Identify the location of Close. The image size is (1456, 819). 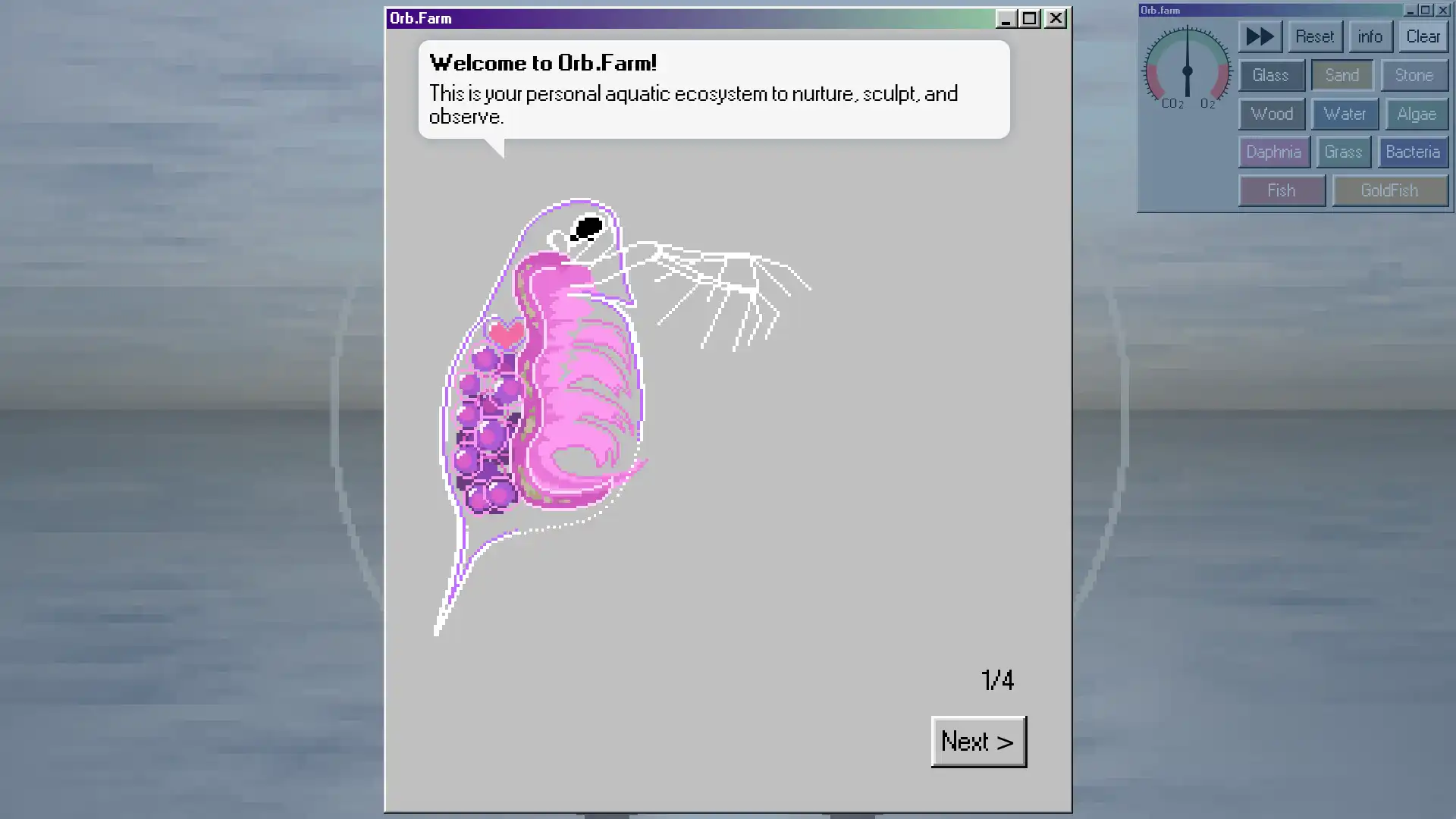
(562, 9).